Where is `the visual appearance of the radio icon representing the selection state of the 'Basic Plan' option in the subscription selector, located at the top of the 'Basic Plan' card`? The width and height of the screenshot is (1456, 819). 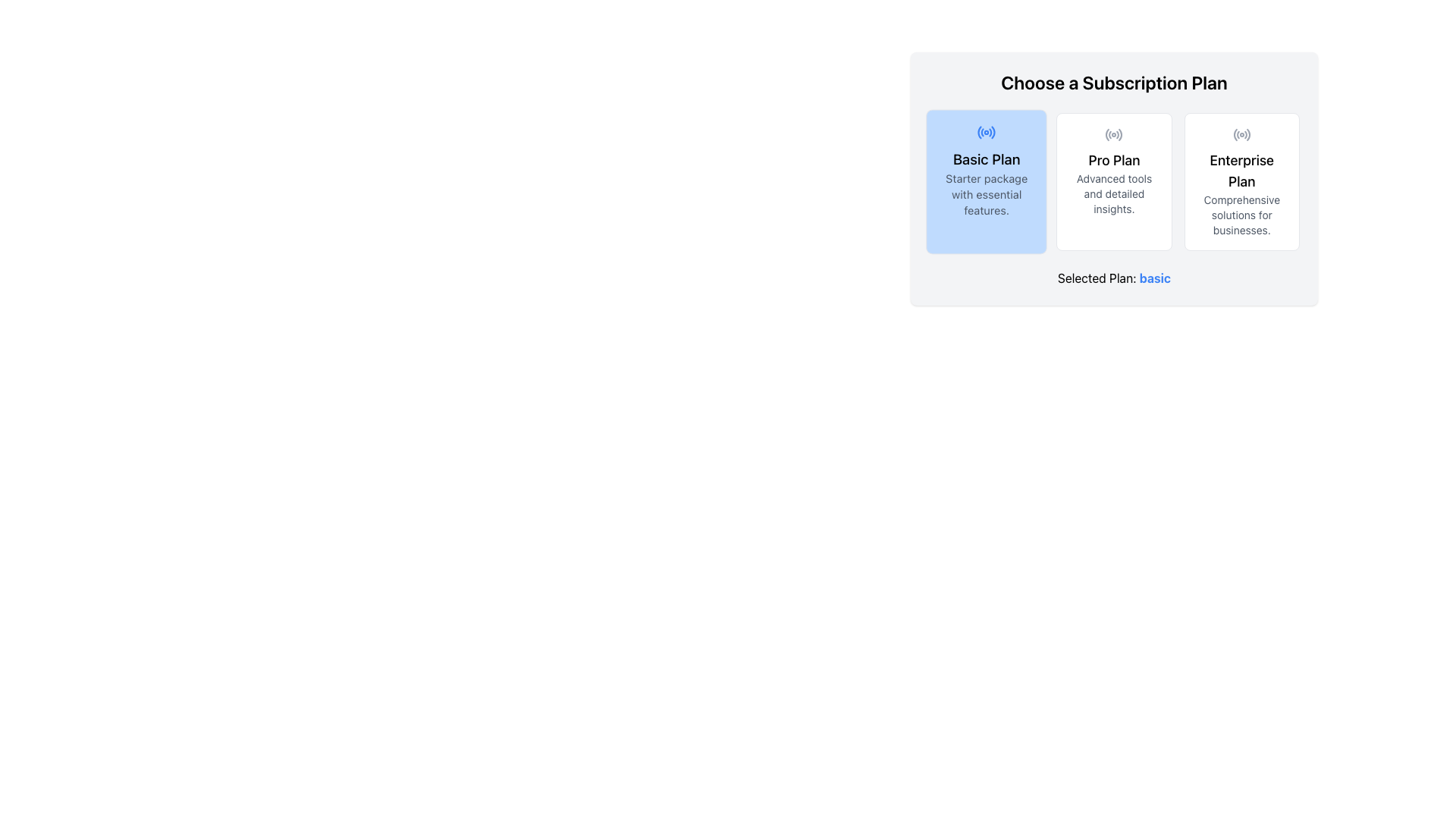 the visual appearance of the radio icon representing the selection state of the 'Basic Plan' option in the subscription selector, located at the top of the 'Basic Plan' card is located at coordinates (987, 131).